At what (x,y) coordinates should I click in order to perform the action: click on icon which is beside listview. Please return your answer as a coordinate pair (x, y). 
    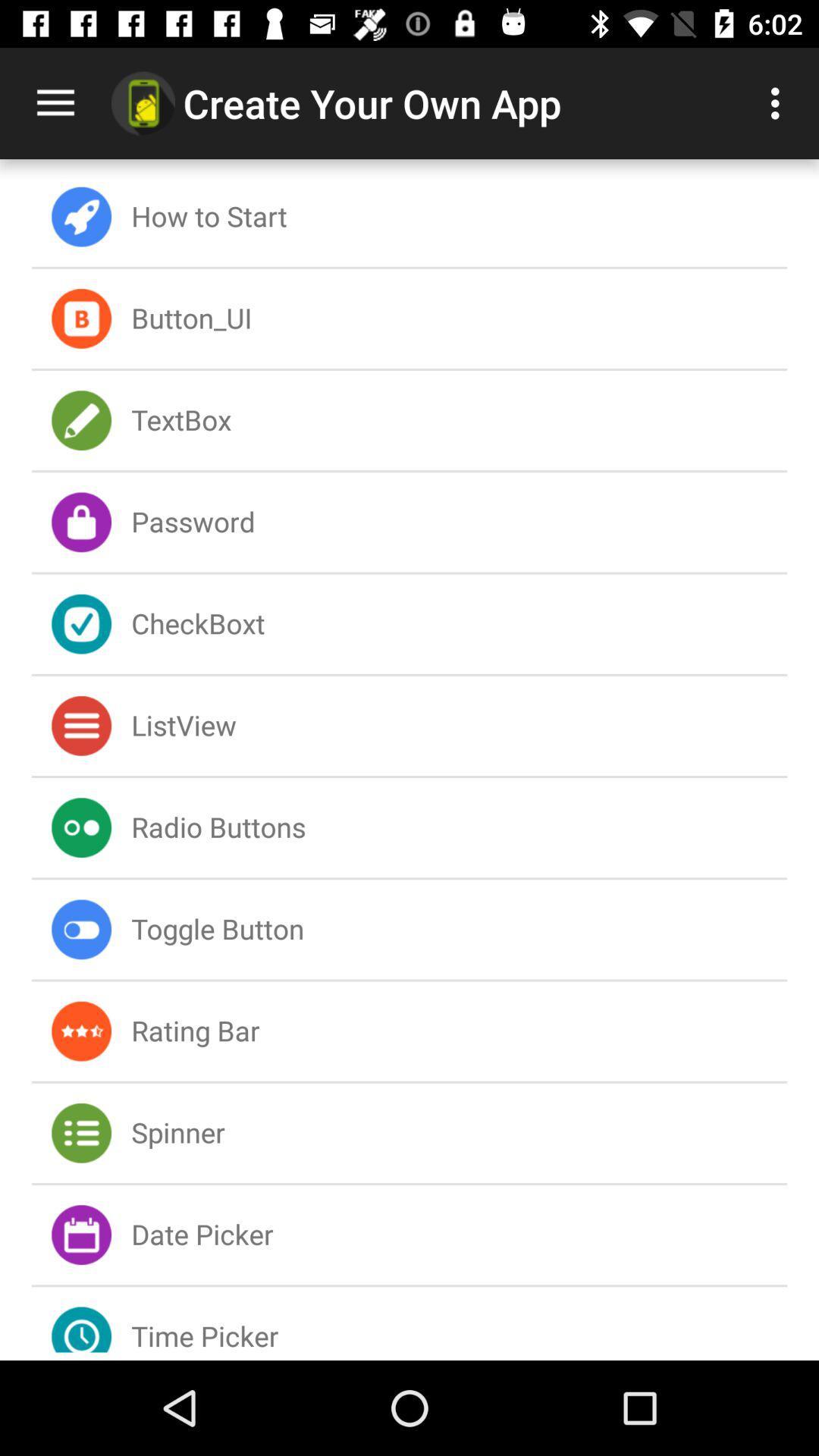
    Looking at the image, I should click on (81, 725).